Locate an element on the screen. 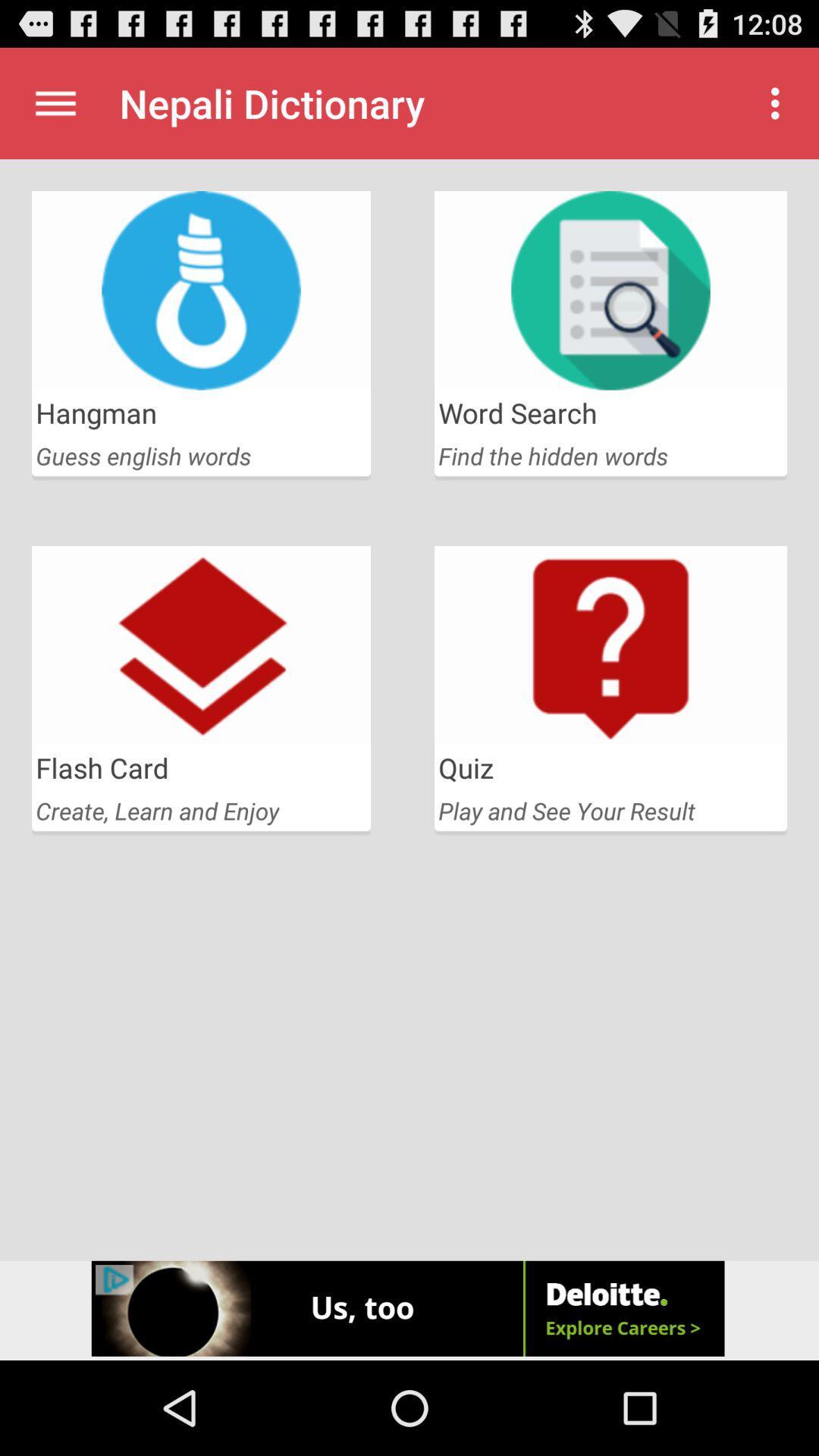  advertisement is located at coordinates (409, 1310).